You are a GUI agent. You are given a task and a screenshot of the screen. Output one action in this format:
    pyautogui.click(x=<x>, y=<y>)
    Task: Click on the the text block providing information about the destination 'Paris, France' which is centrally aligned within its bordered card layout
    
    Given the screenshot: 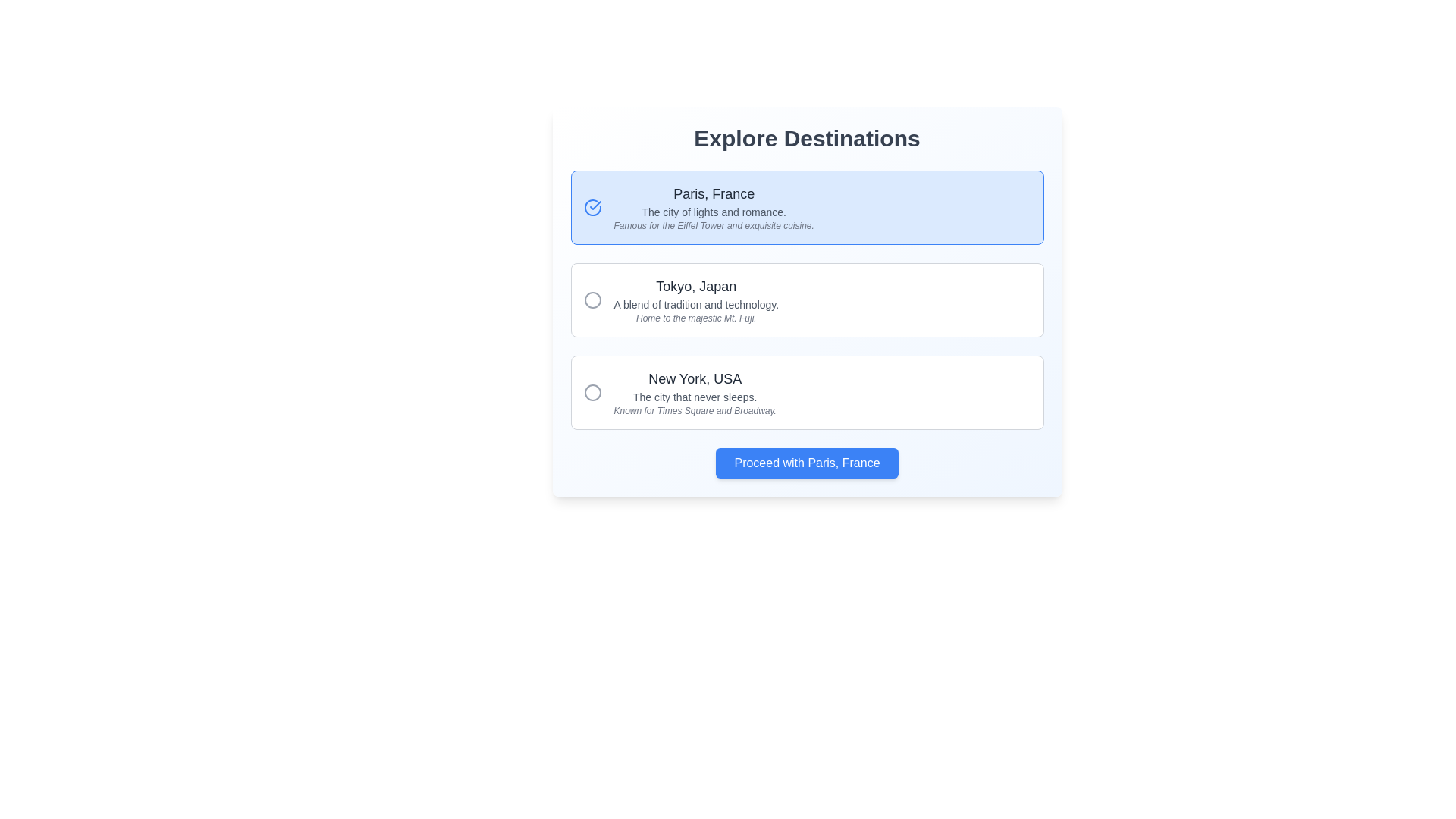 What is the action you would take?
    pyautogui.click(x=713, y=207)
    